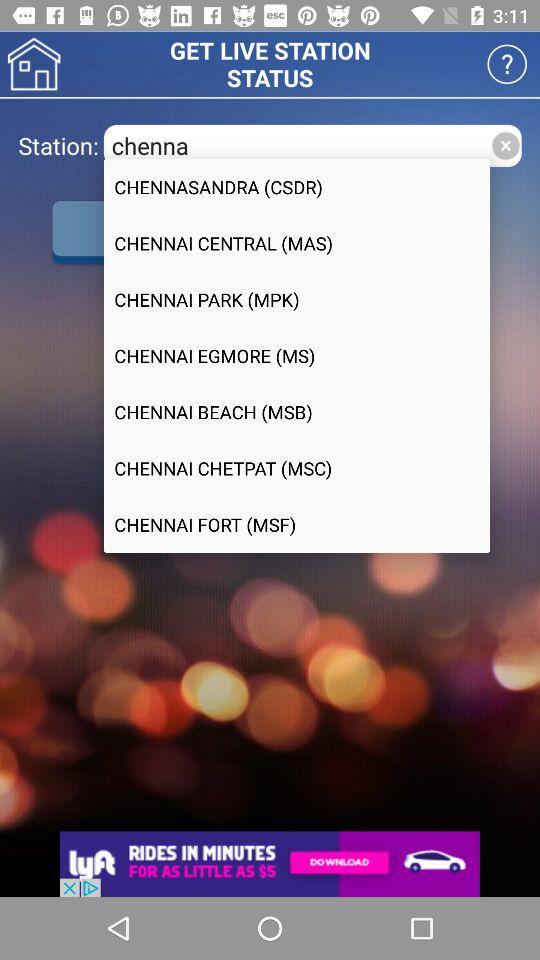  What do you see at coordinates (270, 863) in the screenshot?
I see `access advertising` at bounding box center [270, 863].